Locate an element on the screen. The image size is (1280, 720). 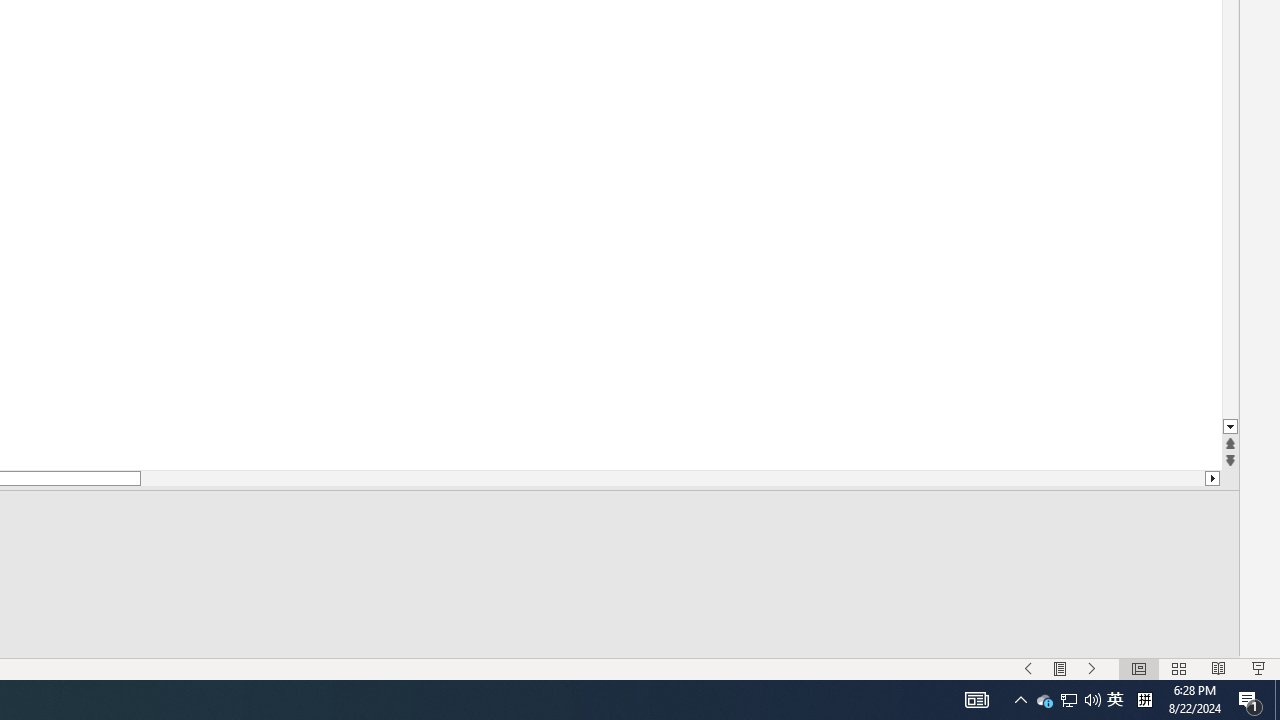
'Menu On' is located at coordinates (1059, 669).